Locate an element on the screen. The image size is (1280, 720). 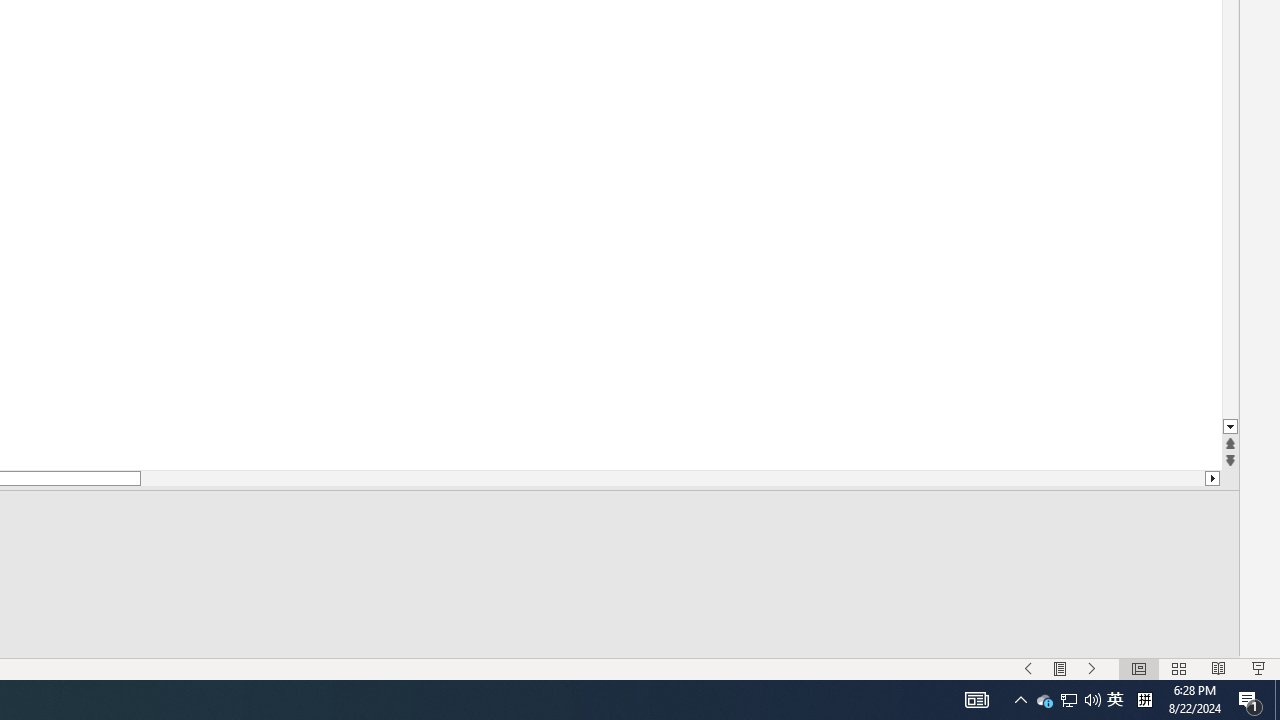
'Menu On' is located at coordinates (1059, 669).